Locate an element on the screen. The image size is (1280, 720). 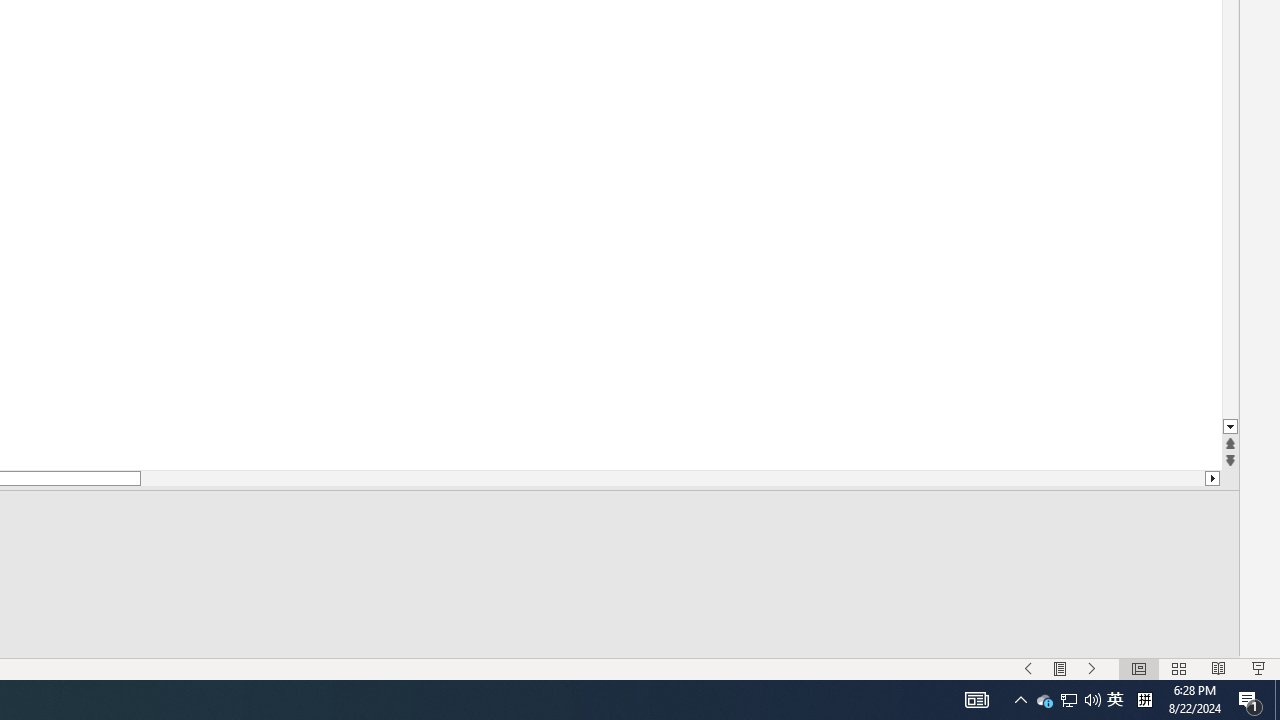
'Menu On' is located at coordinates (1059, 669).